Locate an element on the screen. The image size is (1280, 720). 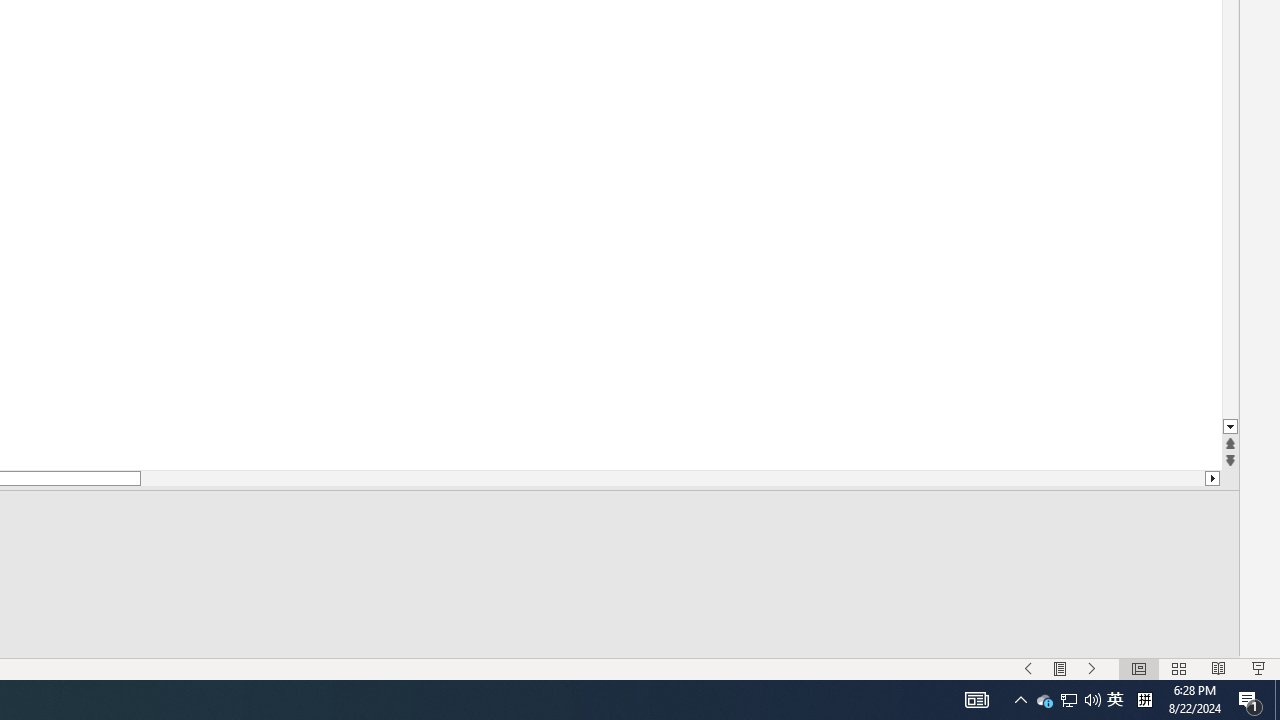
'Menu On' is located at coordinates (1059, 669).